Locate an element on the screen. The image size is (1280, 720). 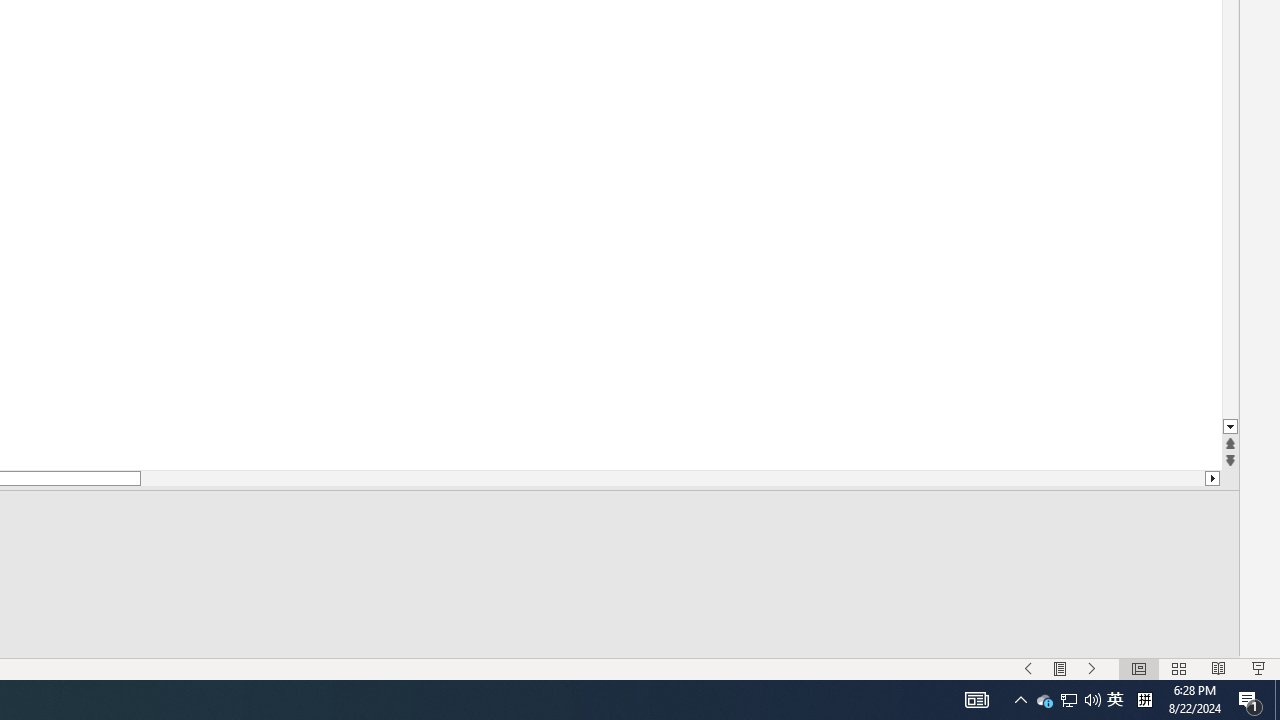
'Menu On' is located at coordinates (1059, 669).